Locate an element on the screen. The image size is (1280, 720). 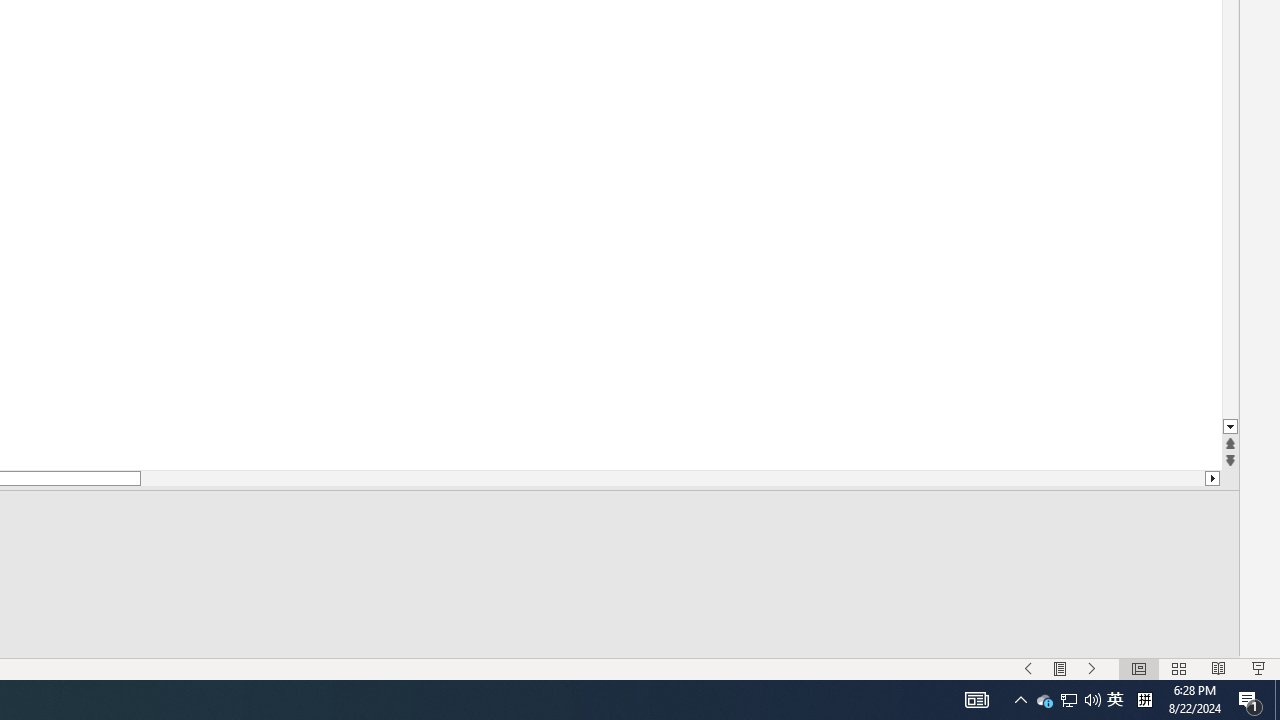
'Menu On' is located at coordinates (1059, 669).